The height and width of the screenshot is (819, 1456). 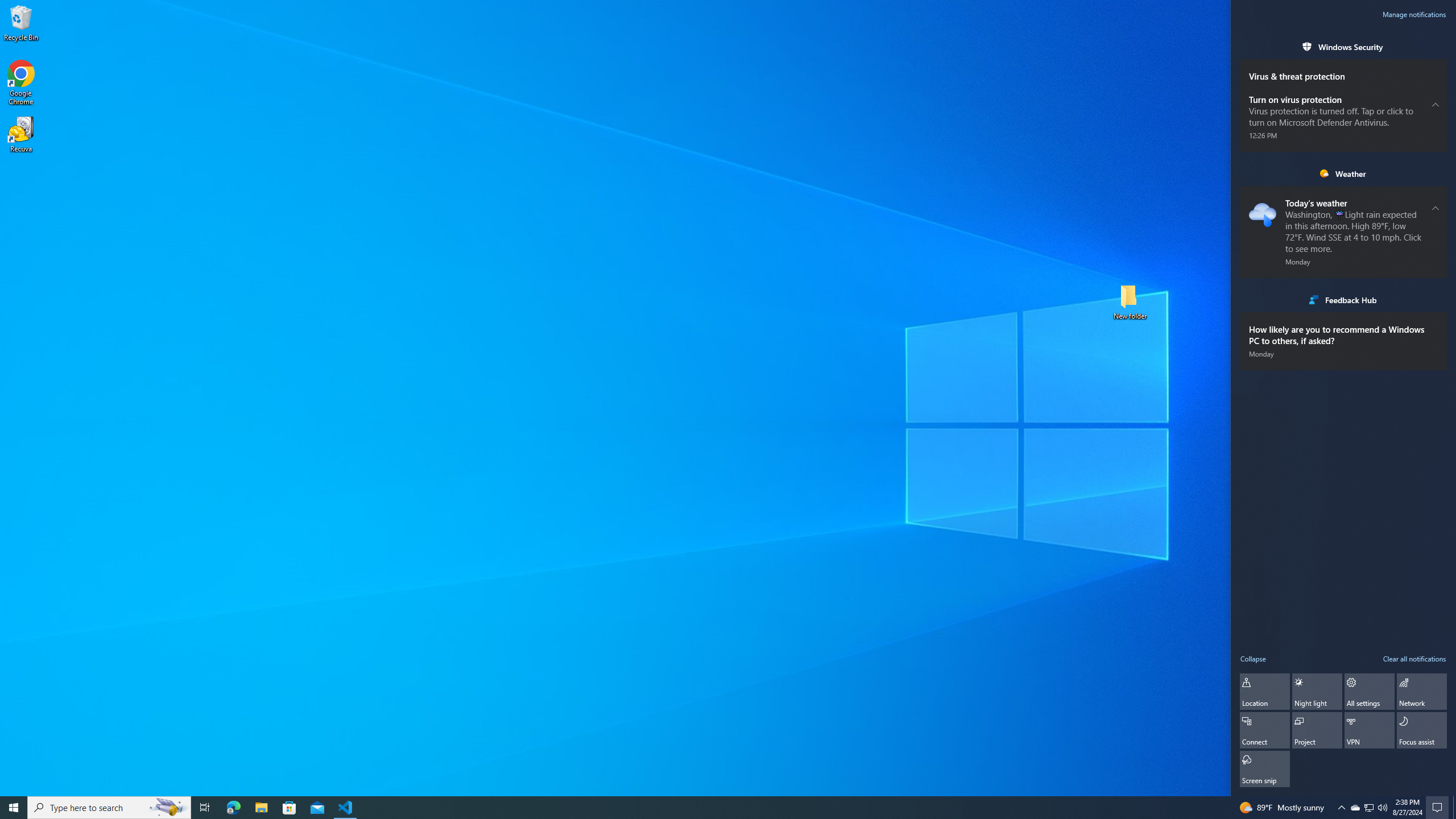 I want to click on 'Search highlights icon opens search home window', so click(x=167, y=806).